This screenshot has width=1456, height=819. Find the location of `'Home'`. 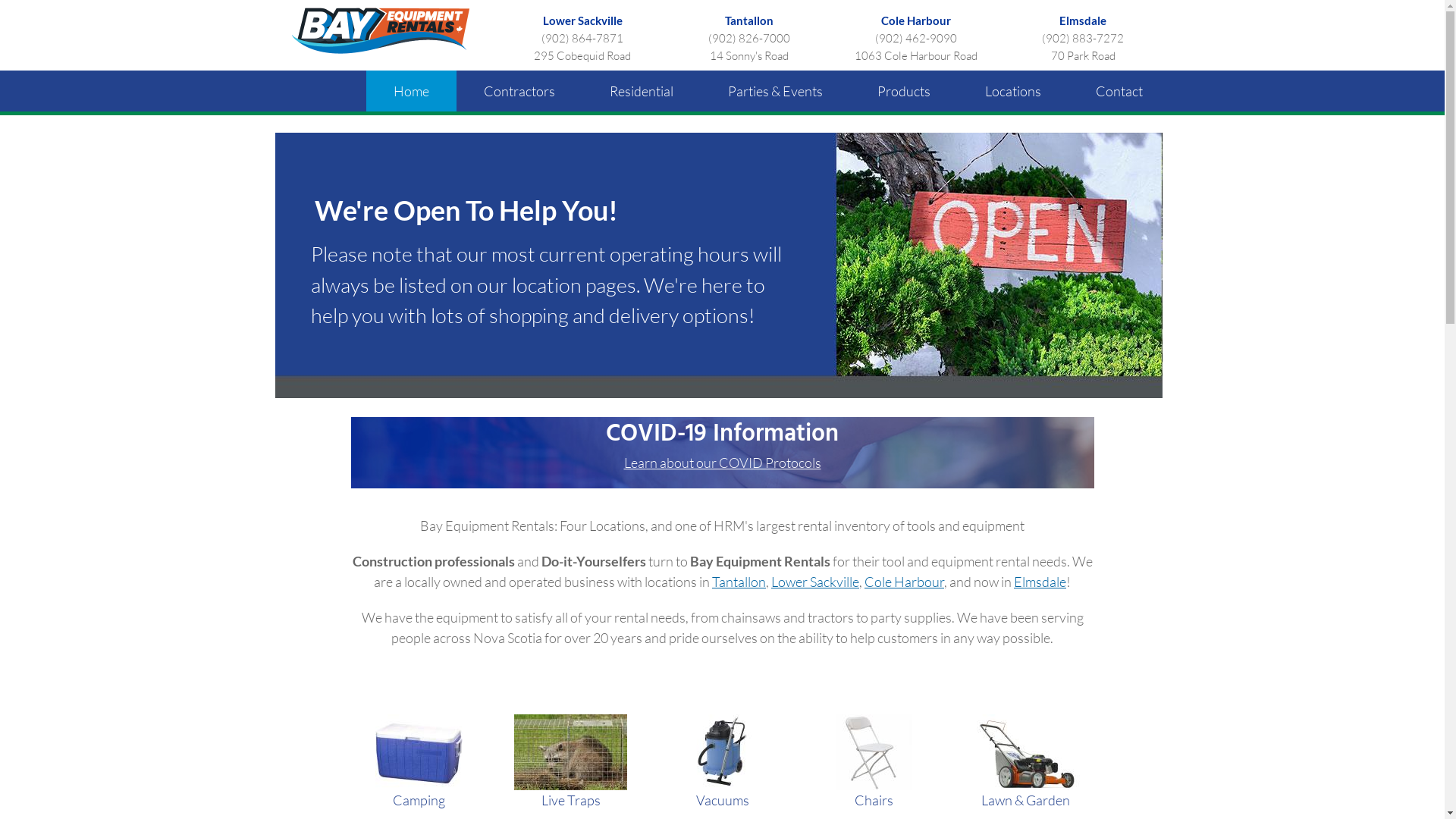

'Home' is located at coordinates (410, 90).